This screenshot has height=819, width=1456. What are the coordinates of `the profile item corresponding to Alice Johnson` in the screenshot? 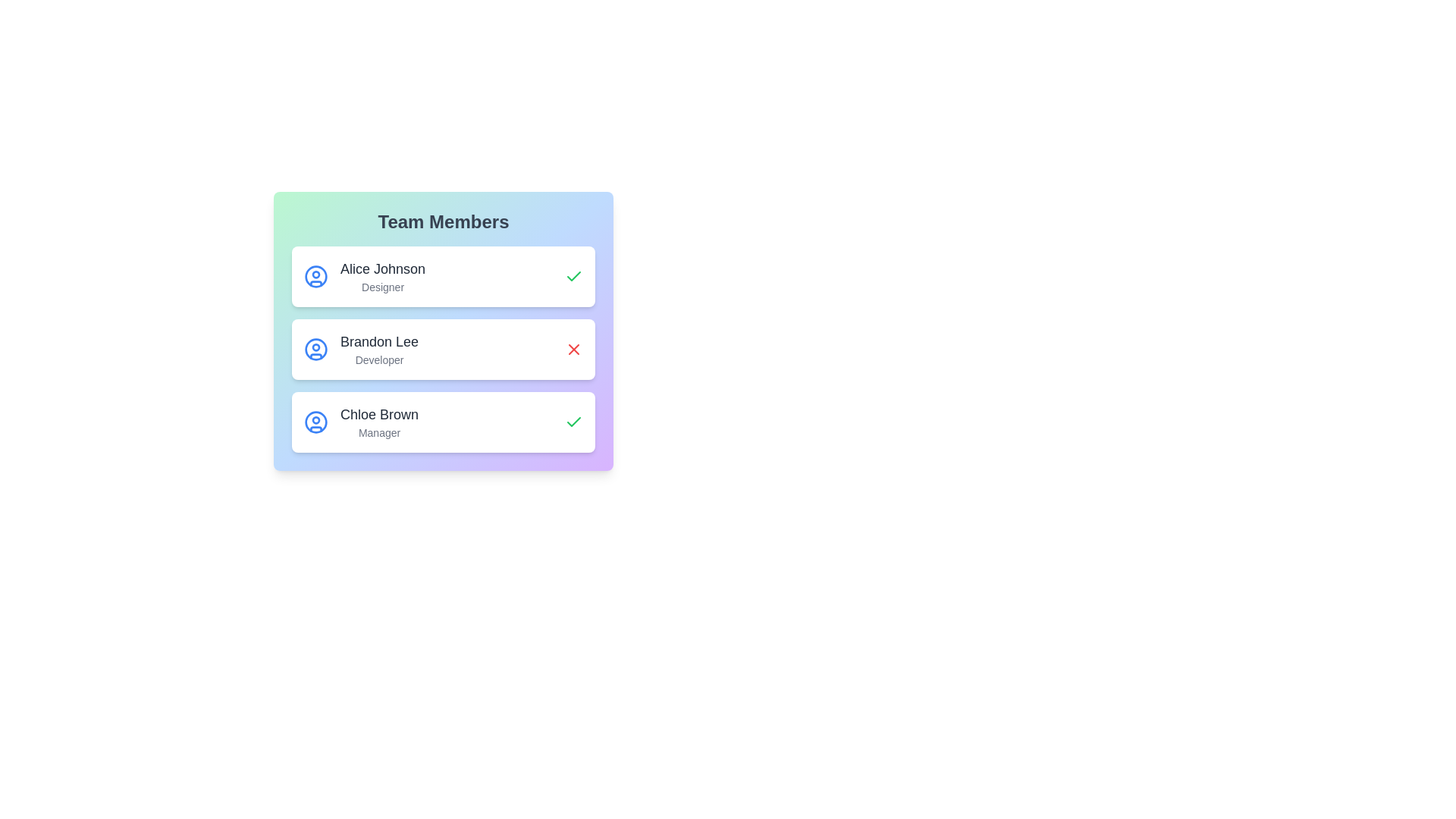 It's located at (443, 277).